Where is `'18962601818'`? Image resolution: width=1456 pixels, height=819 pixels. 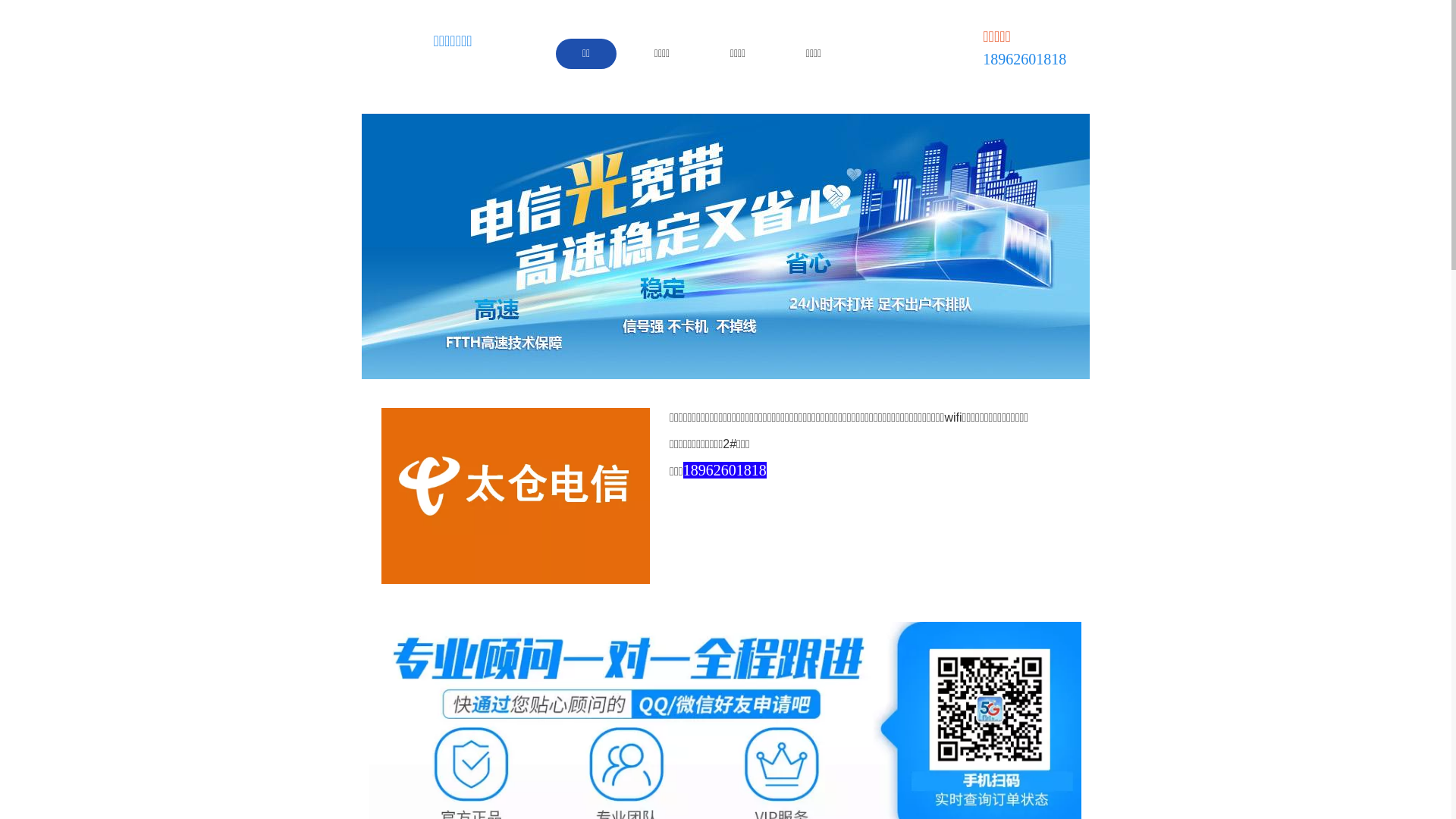 '18962601818' is located at coordinates (682, 470).